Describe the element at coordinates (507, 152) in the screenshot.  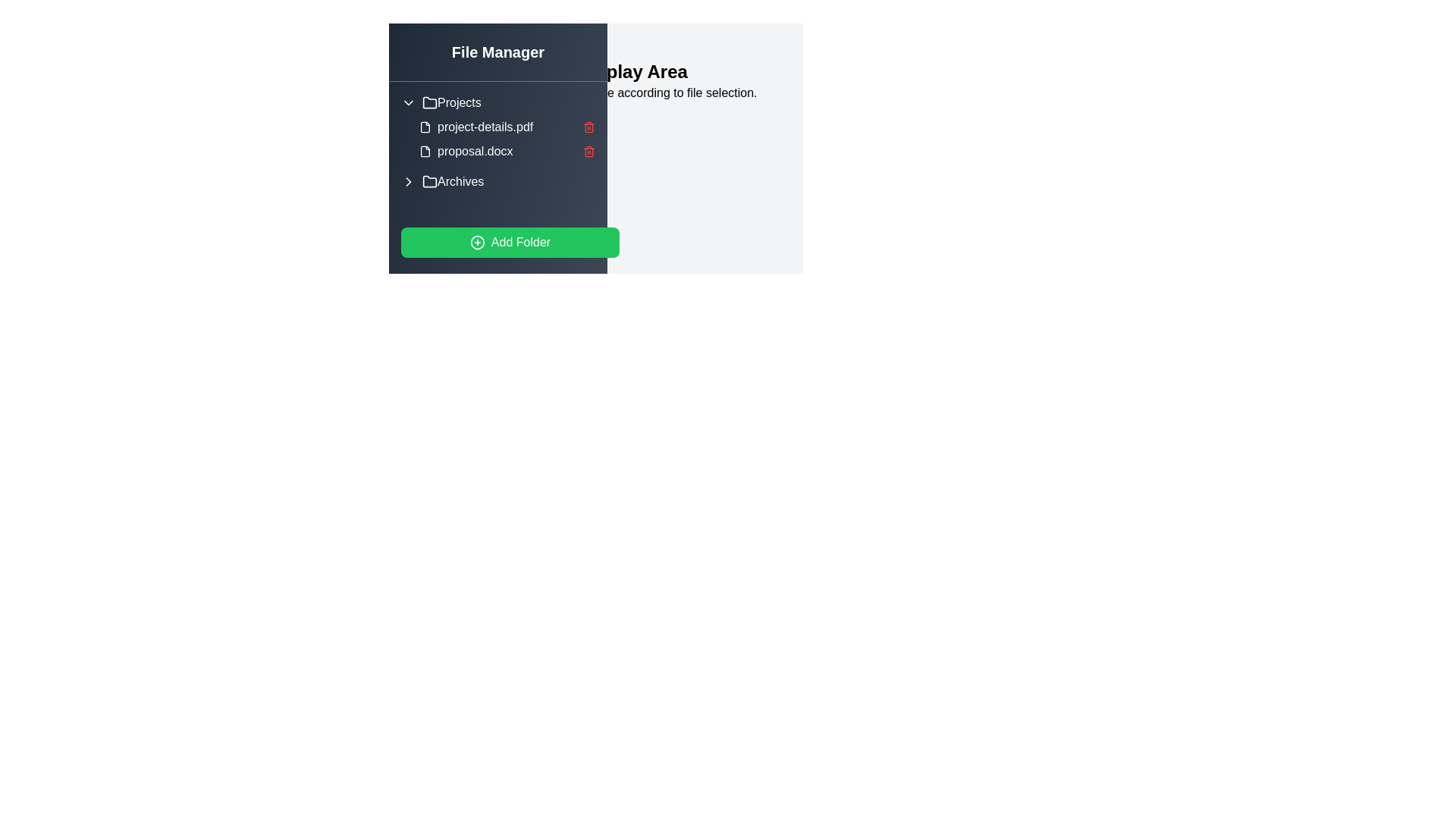
I see `the file named 'proposal.docx' in the 'File Manager' panel` at that location.